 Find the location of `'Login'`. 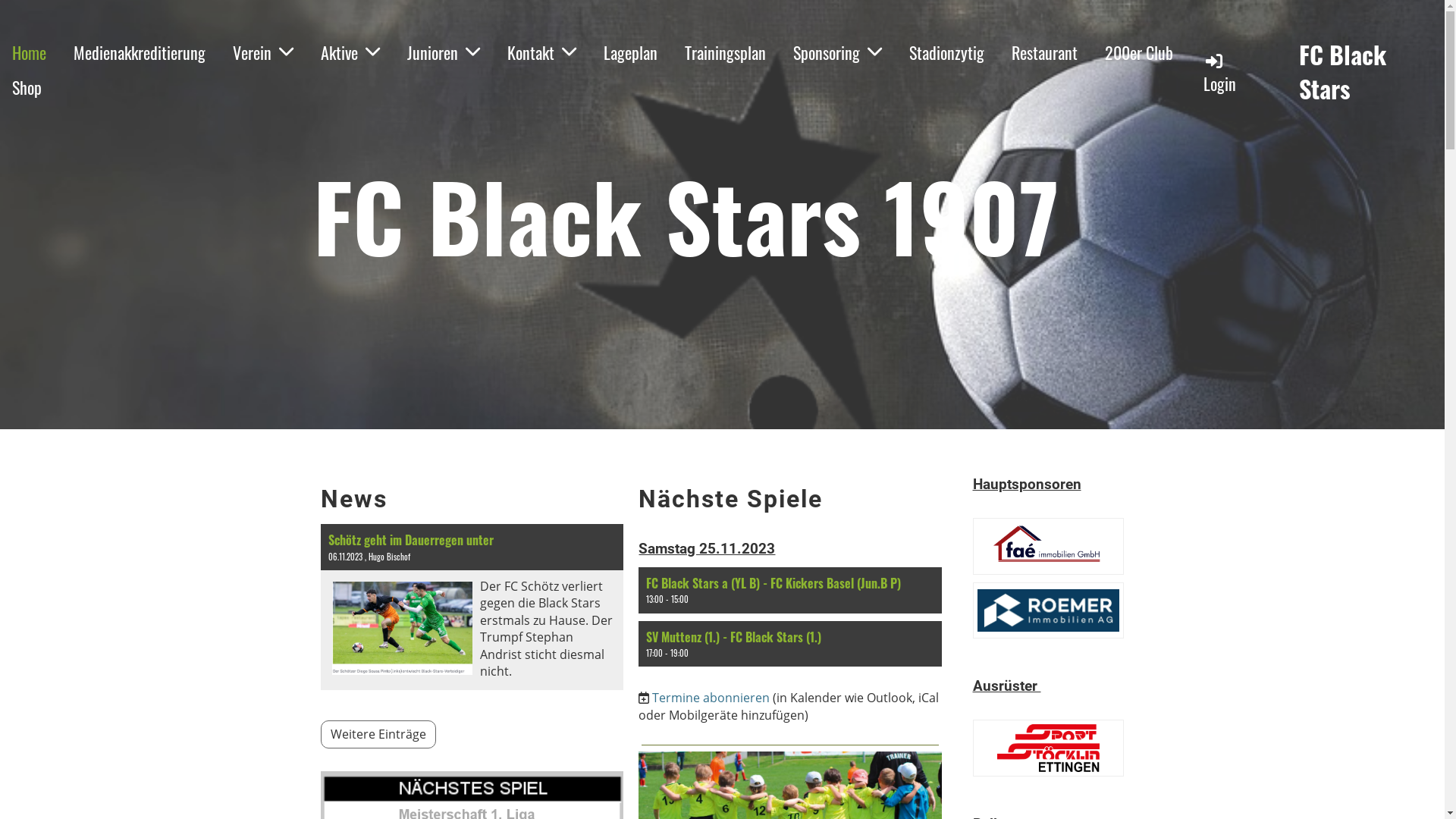

'Login' is located at coordinates (1219, 71).